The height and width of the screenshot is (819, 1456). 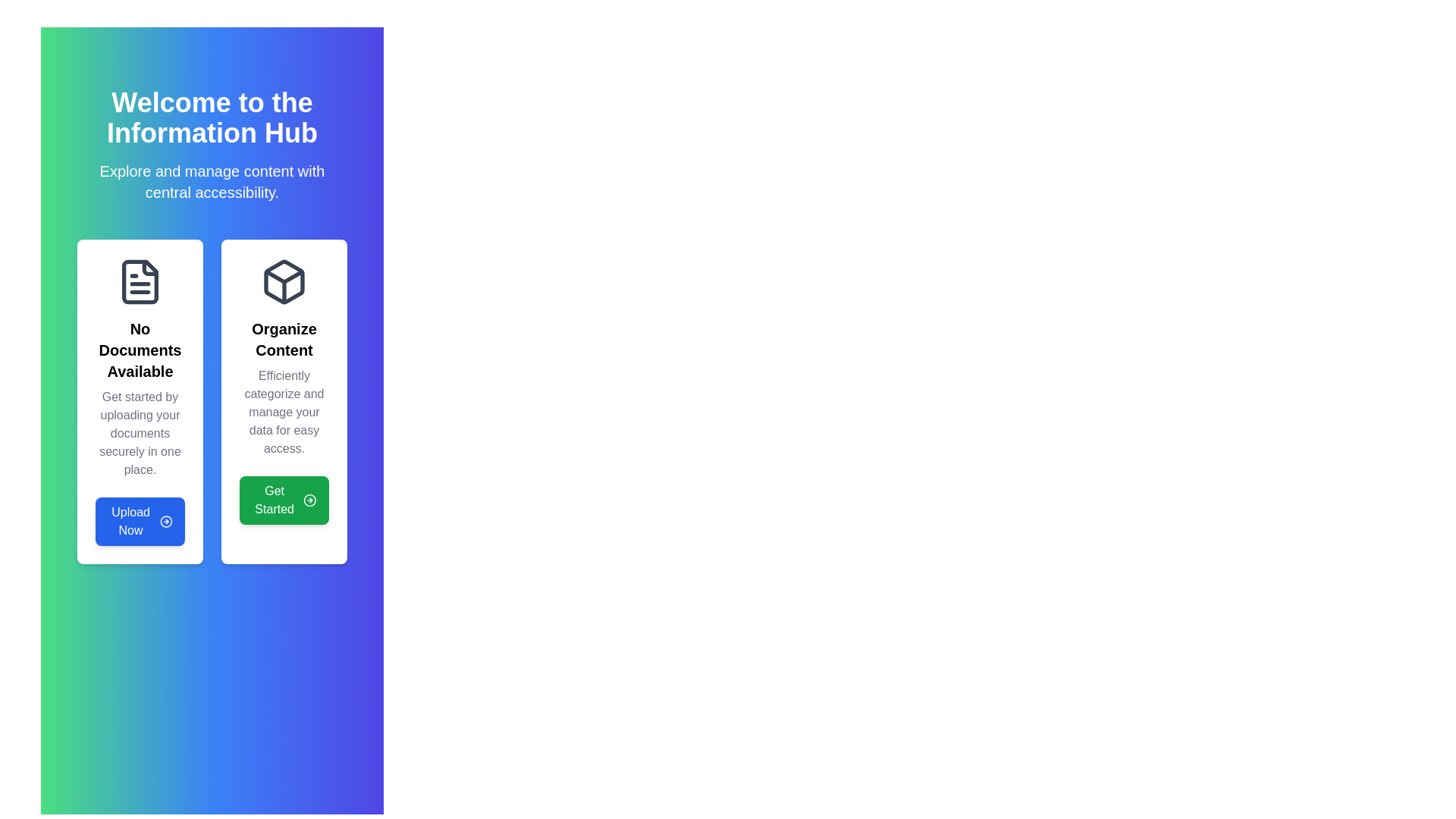 I want to click on the geometric icon resembling a three-dimensional box located at the top of the 'Organize Content' panel, which is positioned on the right side of the interface, so click(x=284, y=281).